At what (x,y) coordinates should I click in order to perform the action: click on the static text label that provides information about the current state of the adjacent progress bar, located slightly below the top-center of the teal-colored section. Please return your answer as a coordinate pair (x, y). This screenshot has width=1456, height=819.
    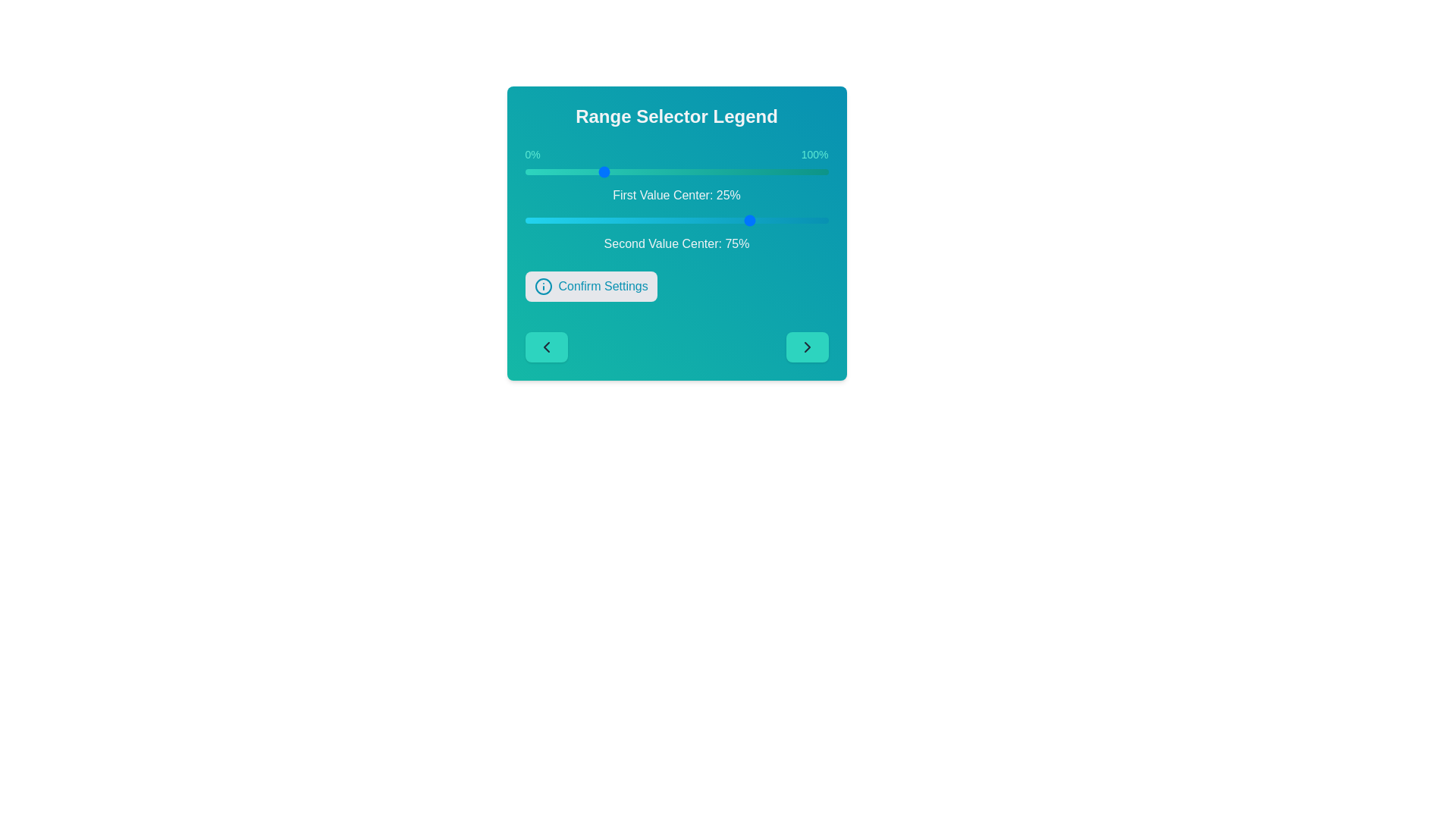
    Looking at the image, I should click on (676, 195).